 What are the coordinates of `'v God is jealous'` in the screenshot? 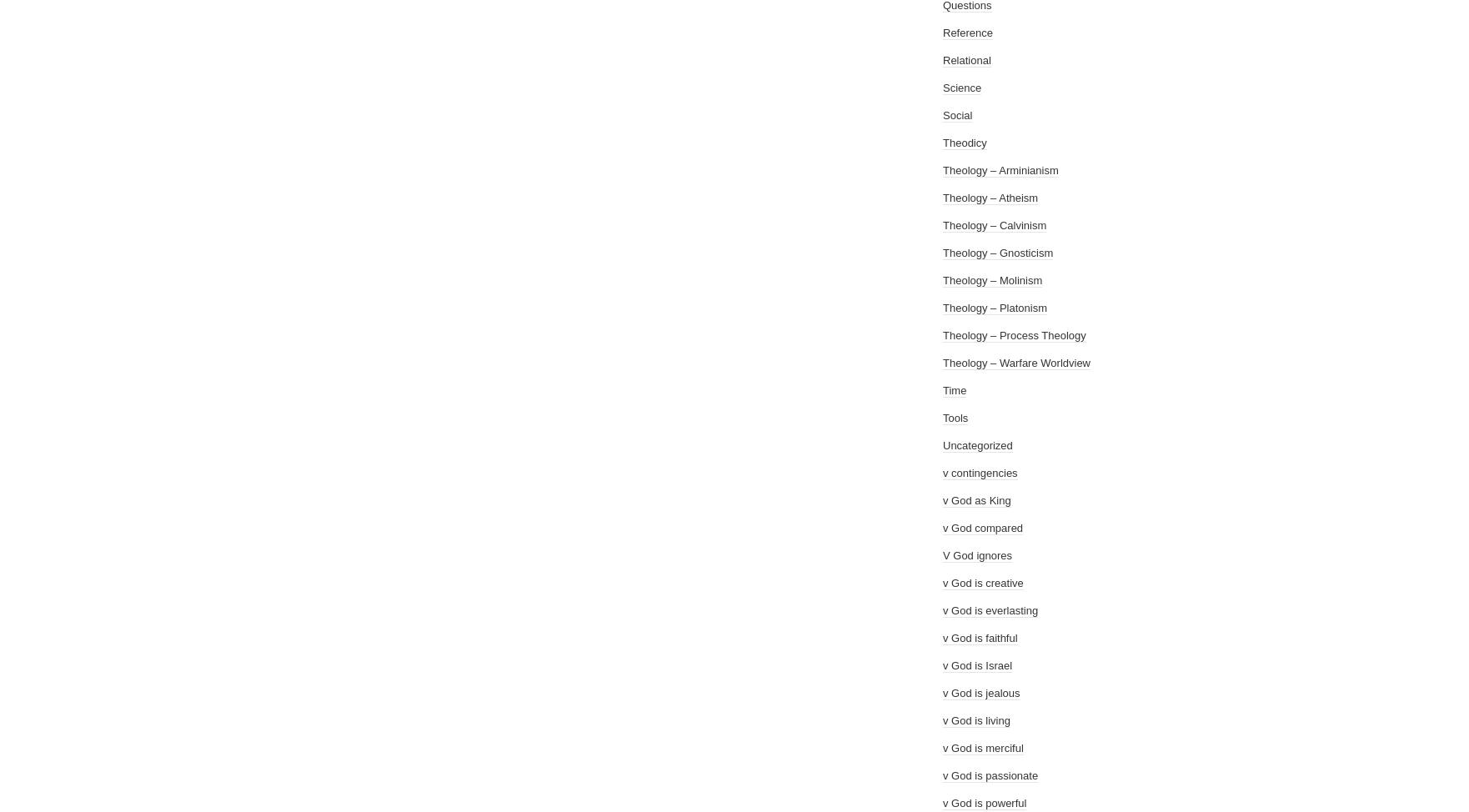 It's located at (981, 693).